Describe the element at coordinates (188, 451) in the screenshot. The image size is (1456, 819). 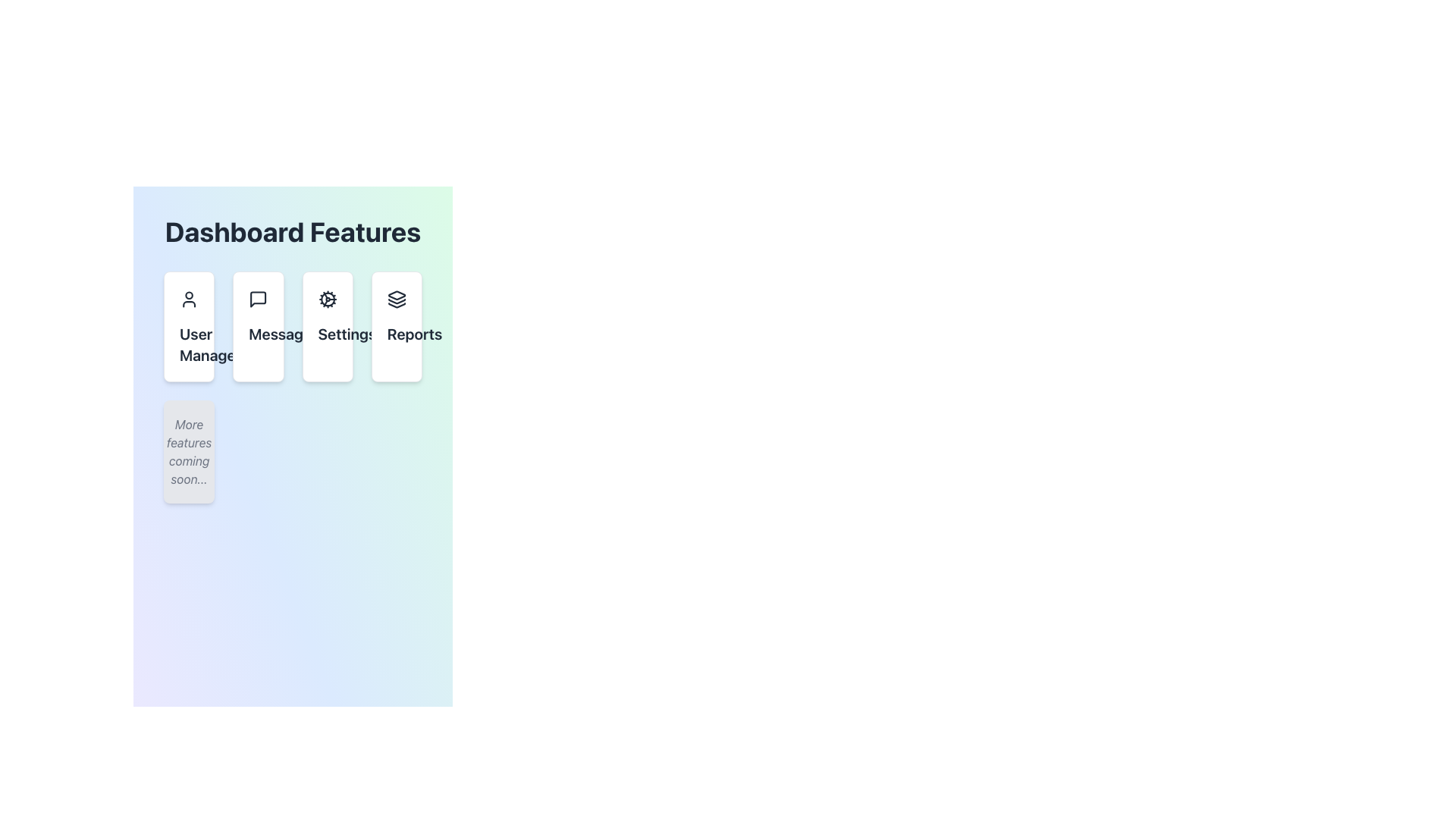
I see `the static text element displaying 'More features coming soon...' which is styled in italic gray font and is located beneath the buttons for 'User Management,' 'Messages,' 'Settings,' and 'Reports'` at that location.